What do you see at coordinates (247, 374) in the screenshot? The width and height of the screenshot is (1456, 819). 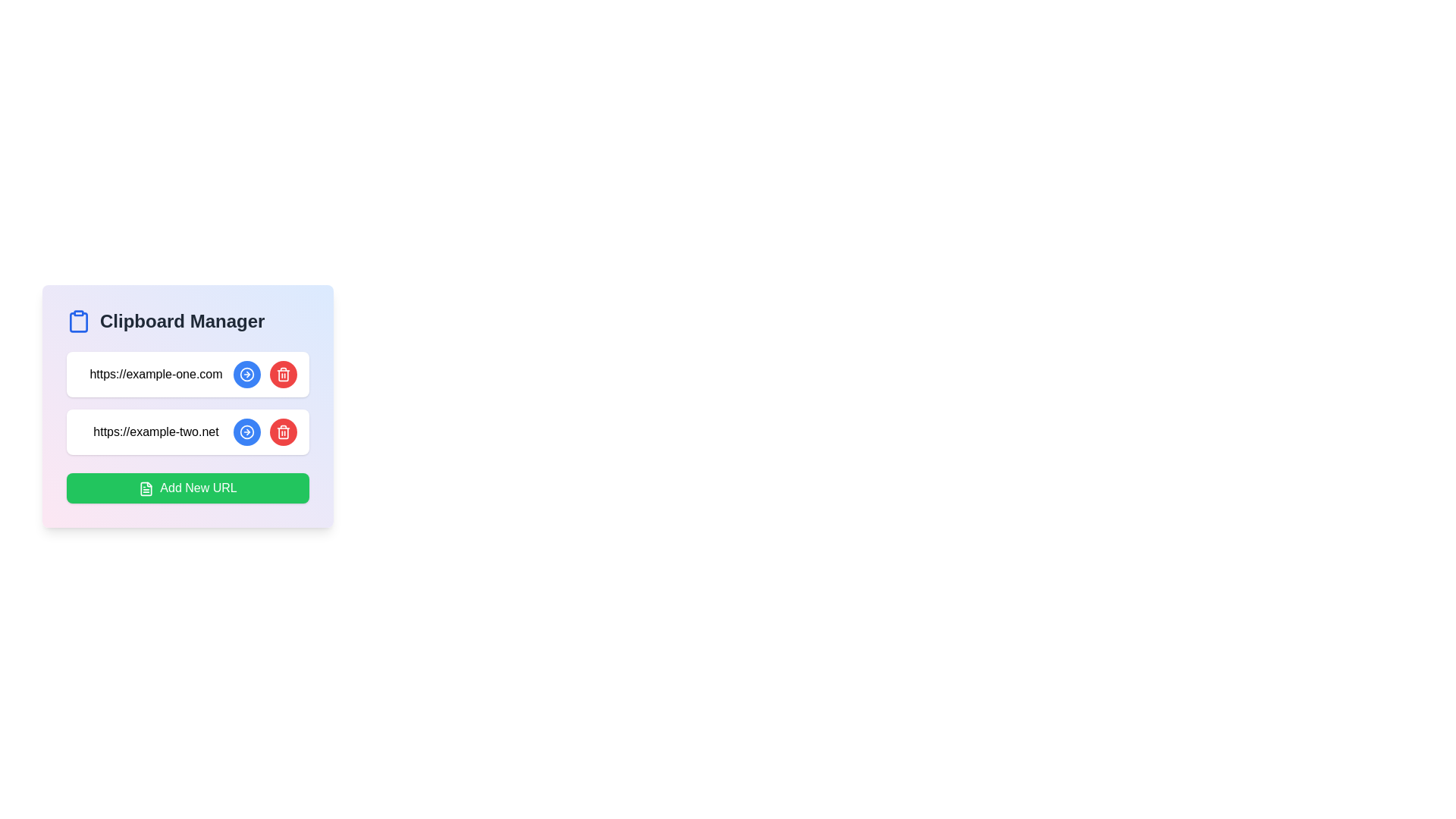 I see `the progression button located to the right of the first text field` at bounding box center [247, 374].